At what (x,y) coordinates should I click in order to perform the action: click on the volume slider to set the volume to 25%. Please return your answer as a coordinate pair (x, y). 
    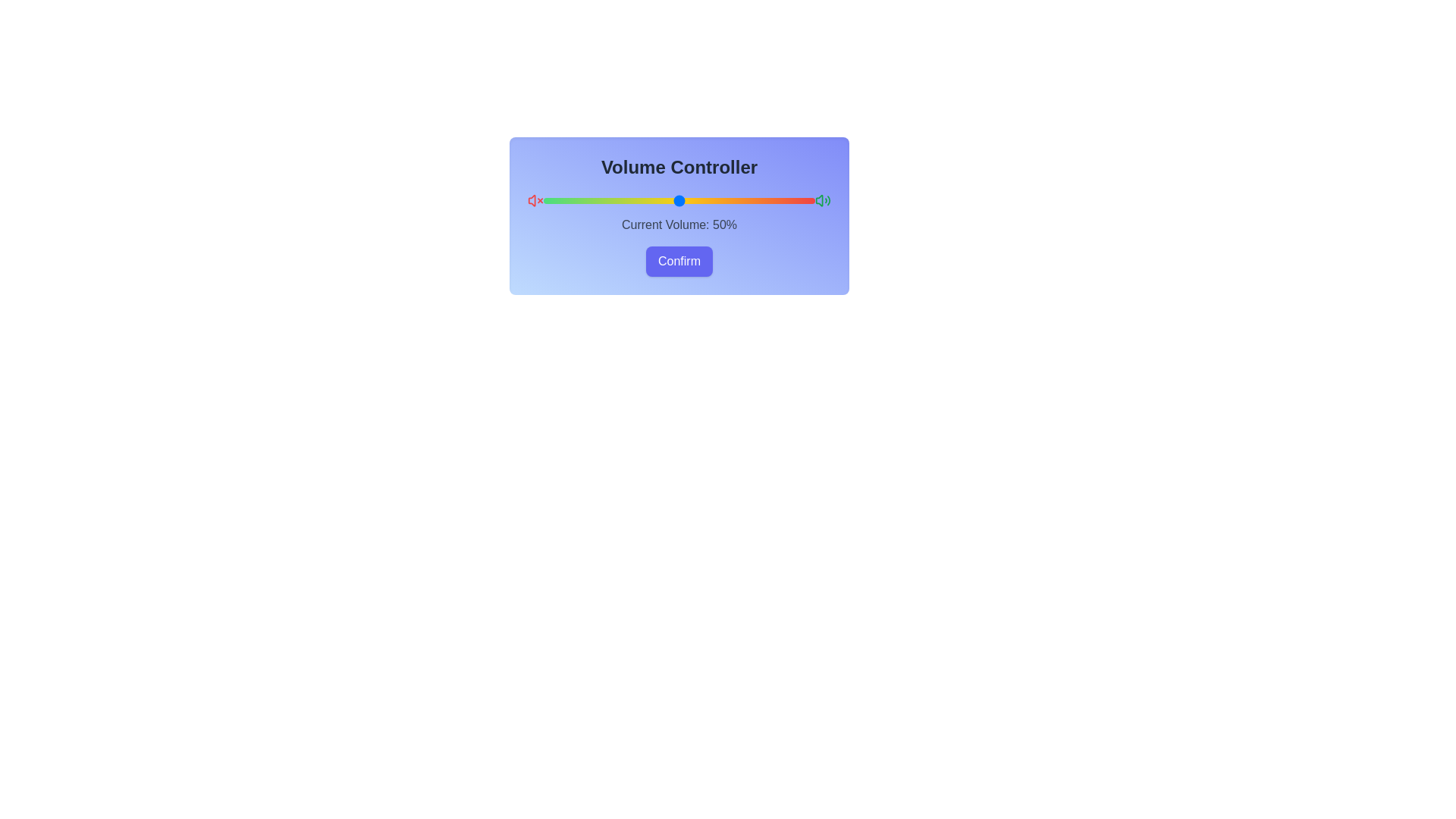
    Looking at the image, I should click on (611, 200).